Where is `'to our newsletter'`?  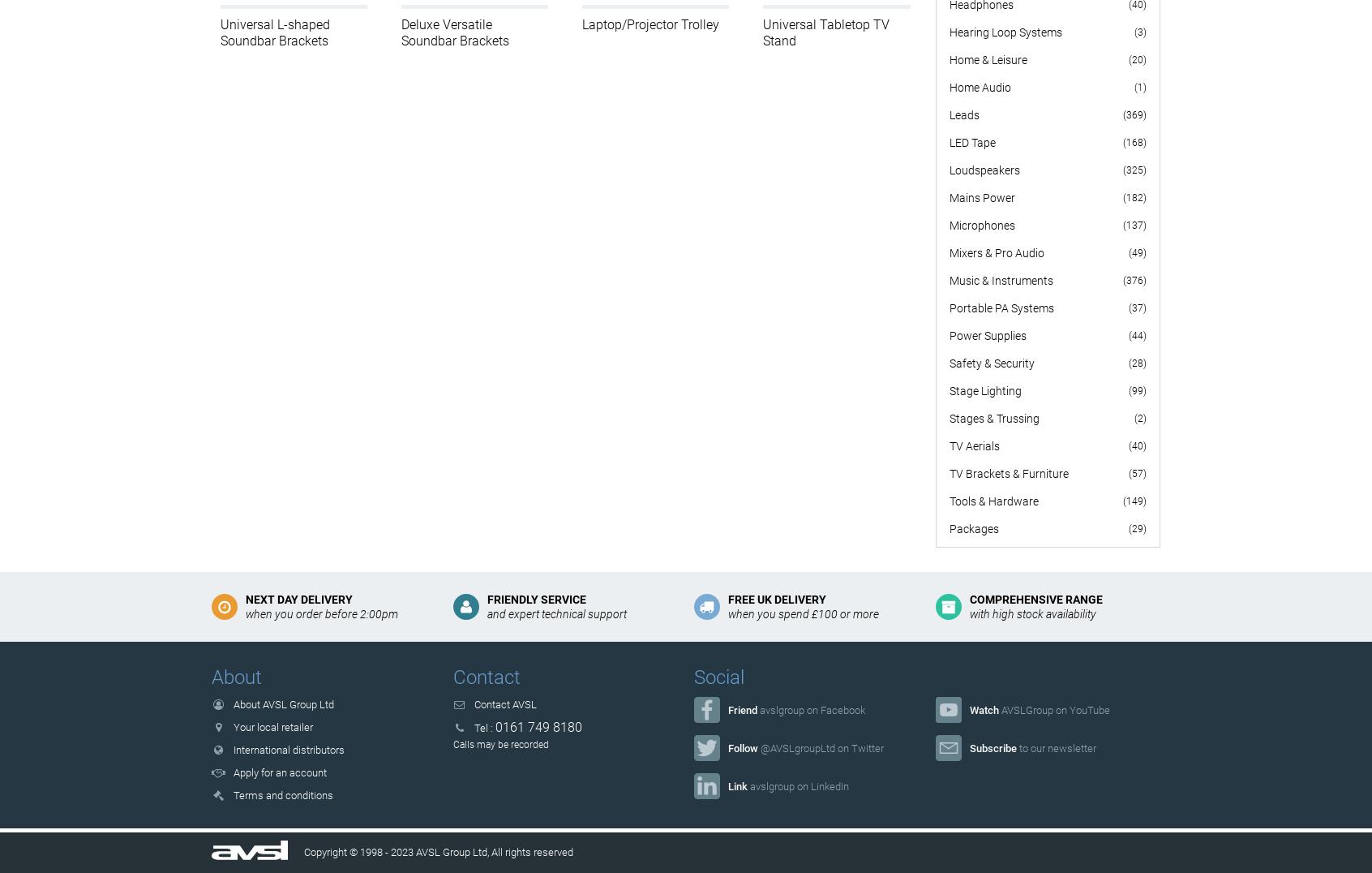
'to our newsletter' is located at coordinates (1054, 746).